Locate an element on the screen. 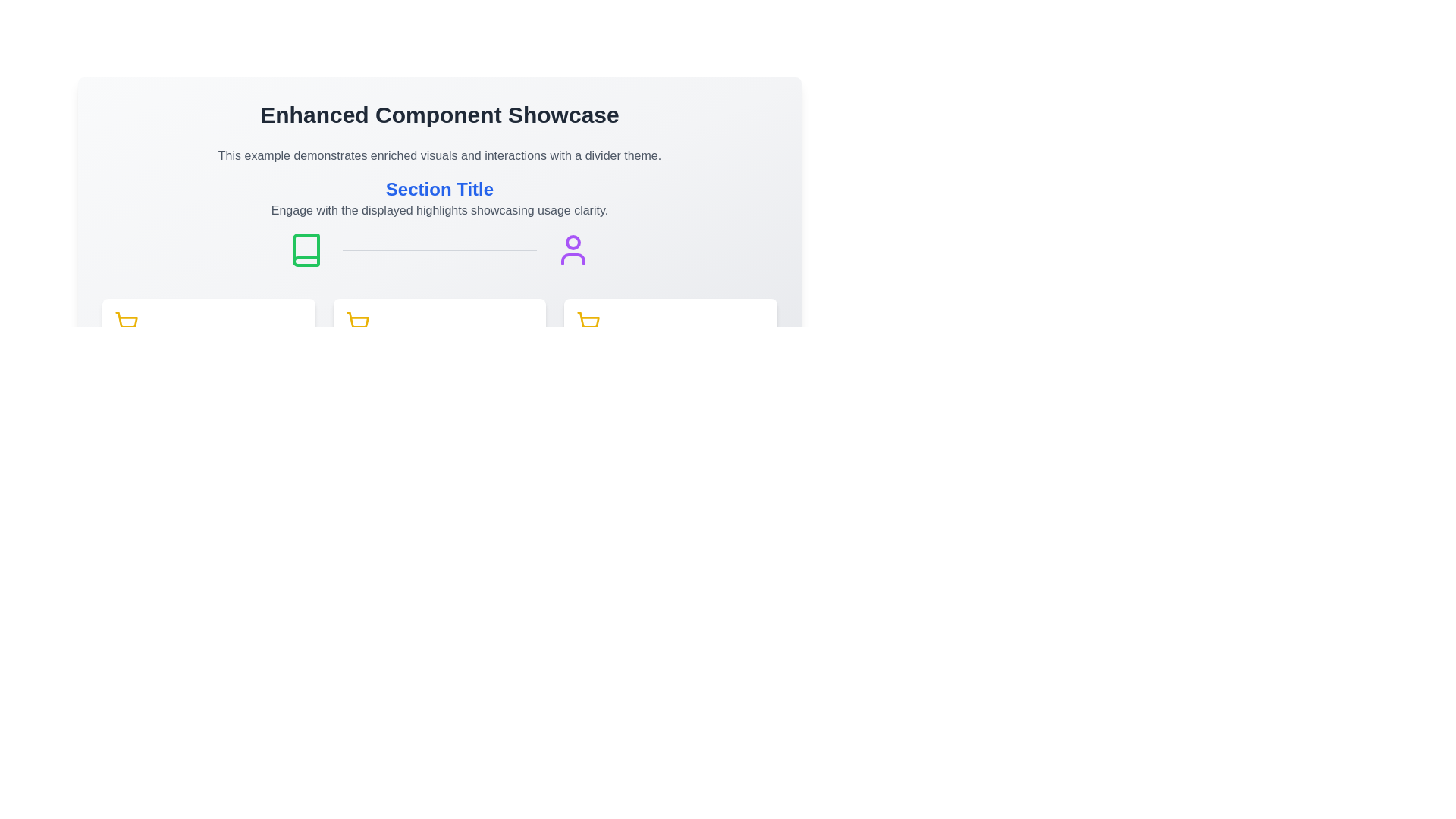 The height and width of the screenshot is (819, 1456). the descriptive subtitle text located directly beneath the blue-colored 'Section Title' on the page is located at coordinates (439, 210).